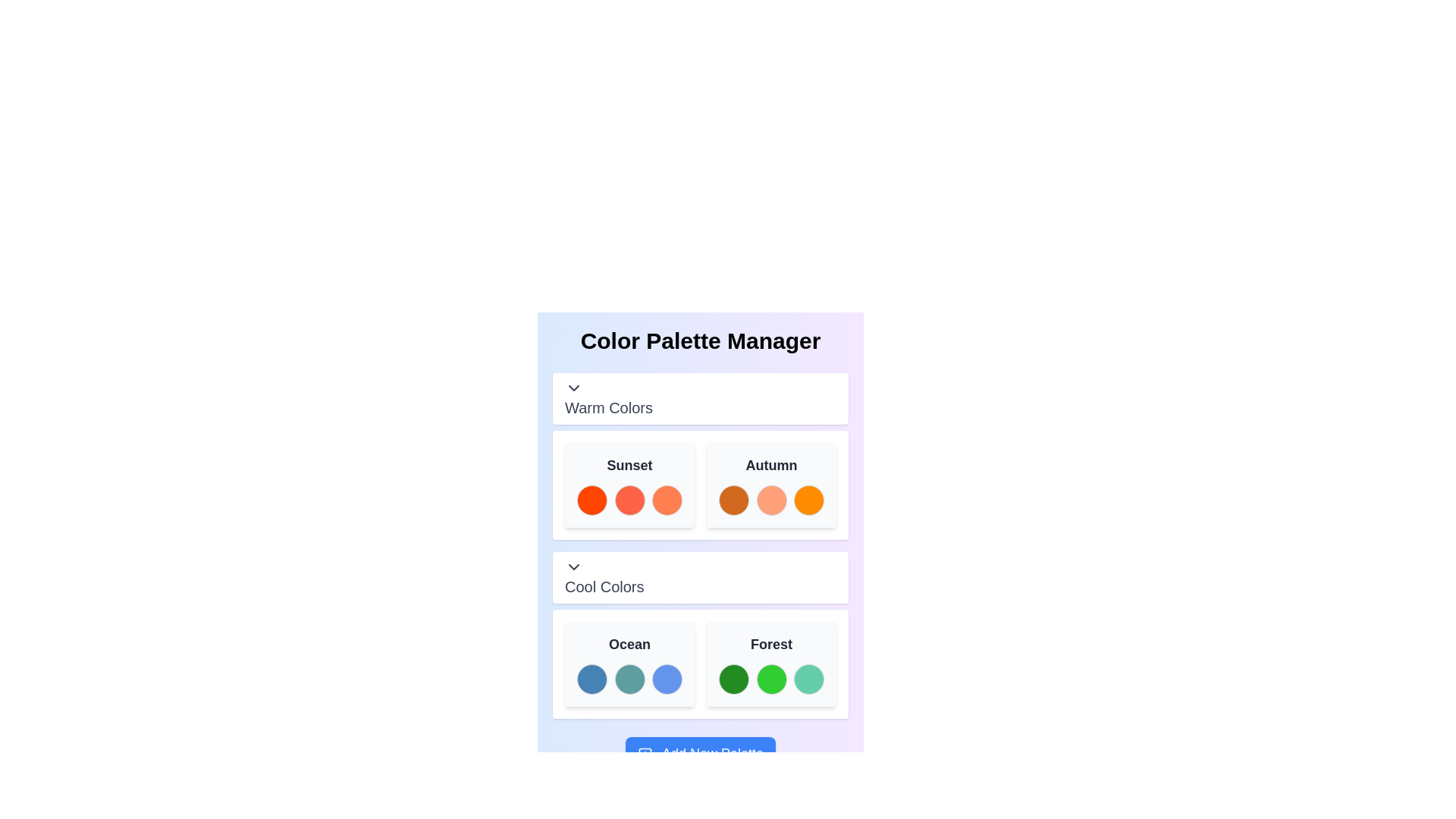 The width and height of the screenshot is (1456, 819). What do you see at coordinates (667, 500) in the screenshot?
I see `the third color swatch in the 'Sunset' palette under the 'Warm Colors' section` at bounding box center [667, 500].